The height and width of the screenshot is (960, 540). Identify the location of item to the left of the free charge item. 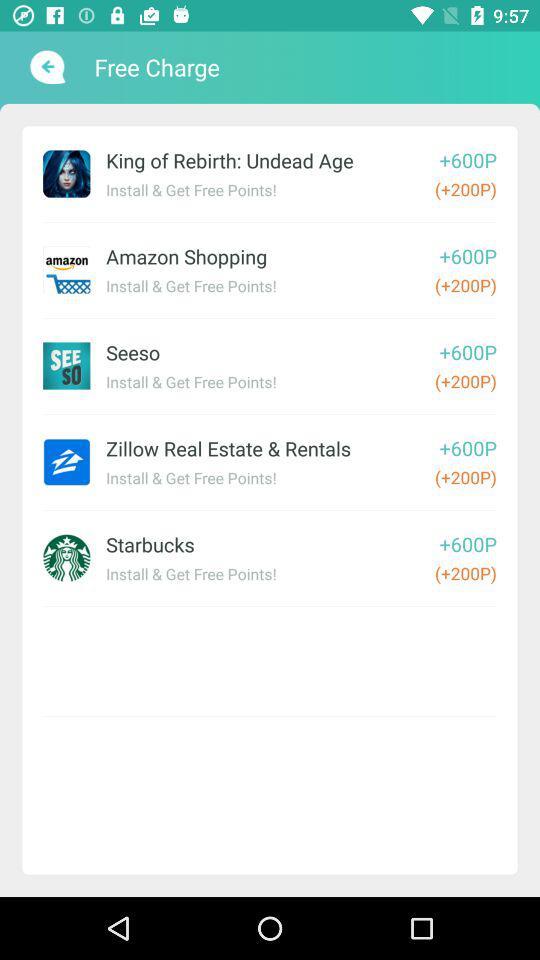
(45, 67).